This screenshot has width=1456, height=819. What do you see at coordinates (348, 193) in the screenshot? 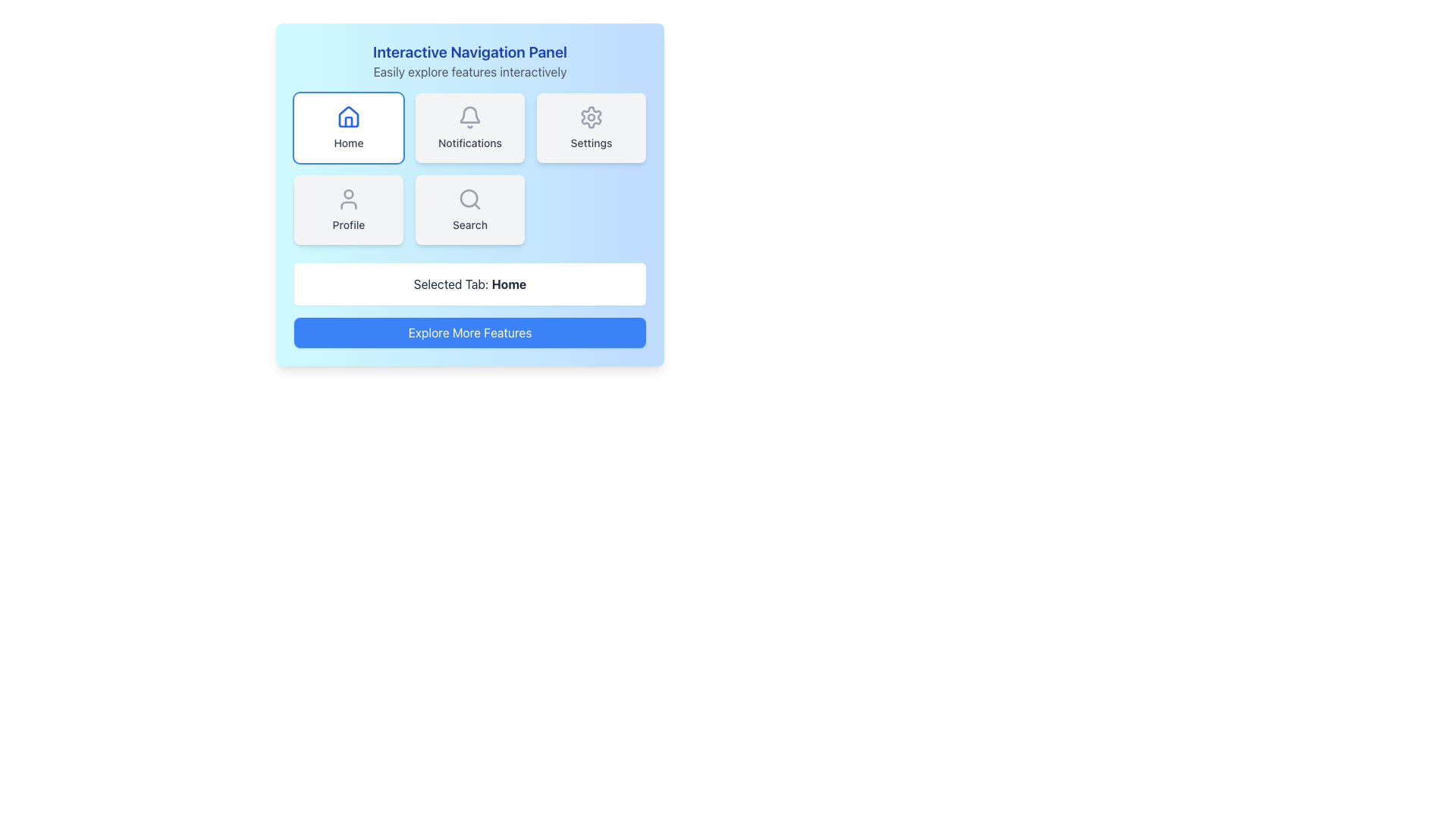
I see `the upper-center circular graphic of the user-profile icon located below the 'Profile' label within the profile tab button` at bounding box center [348, 193].